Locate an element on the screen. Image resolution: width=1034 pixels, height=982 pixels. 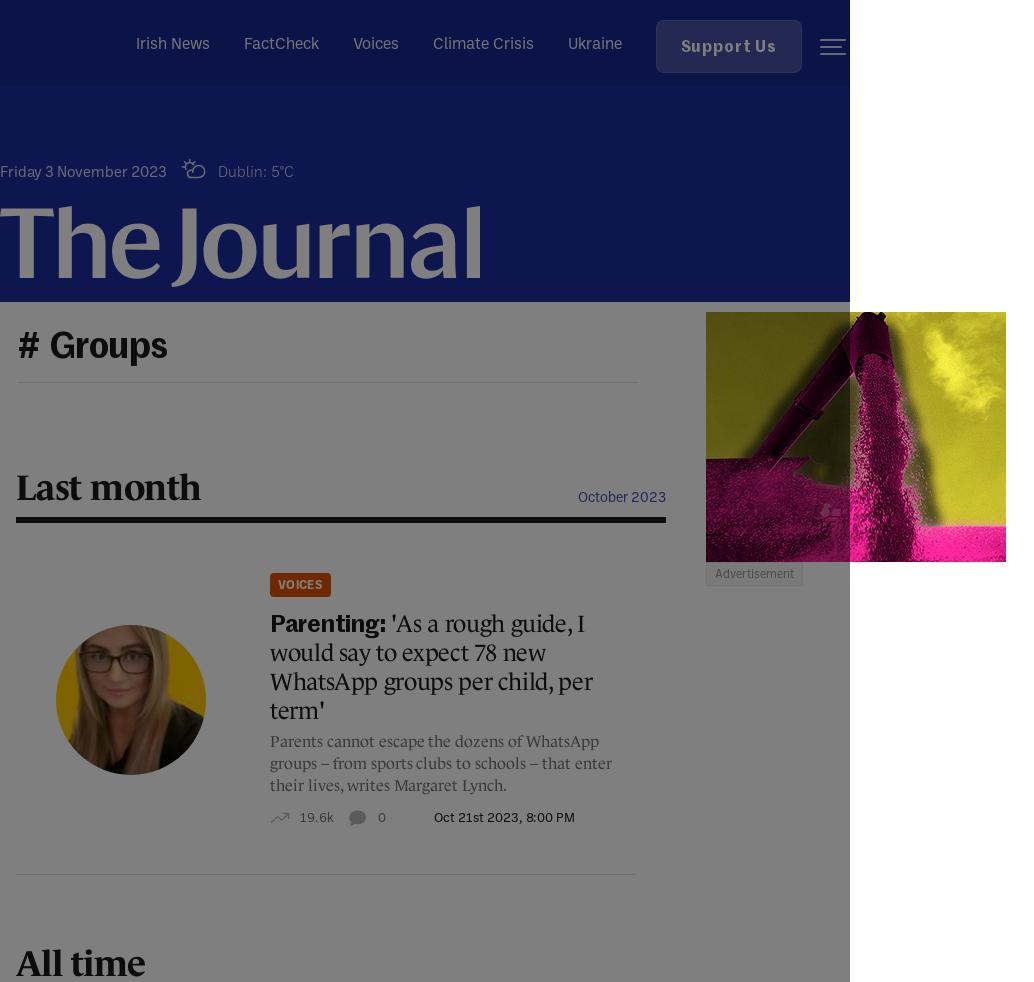
'19.6k' is located at coordinates (315, 817).